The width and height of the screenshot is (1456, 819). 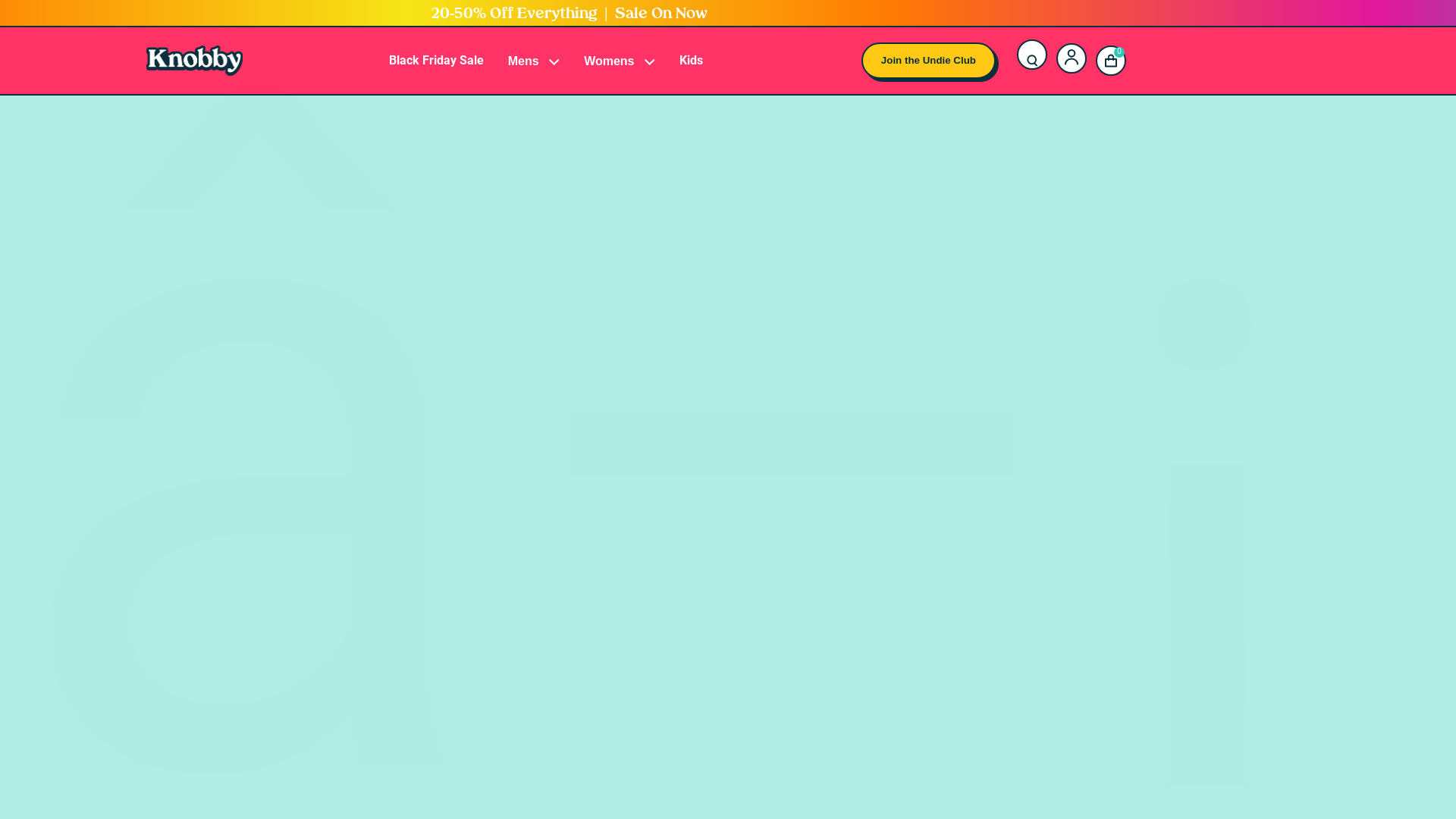 I want to click on 'Kids', so click(x=690, y=59).